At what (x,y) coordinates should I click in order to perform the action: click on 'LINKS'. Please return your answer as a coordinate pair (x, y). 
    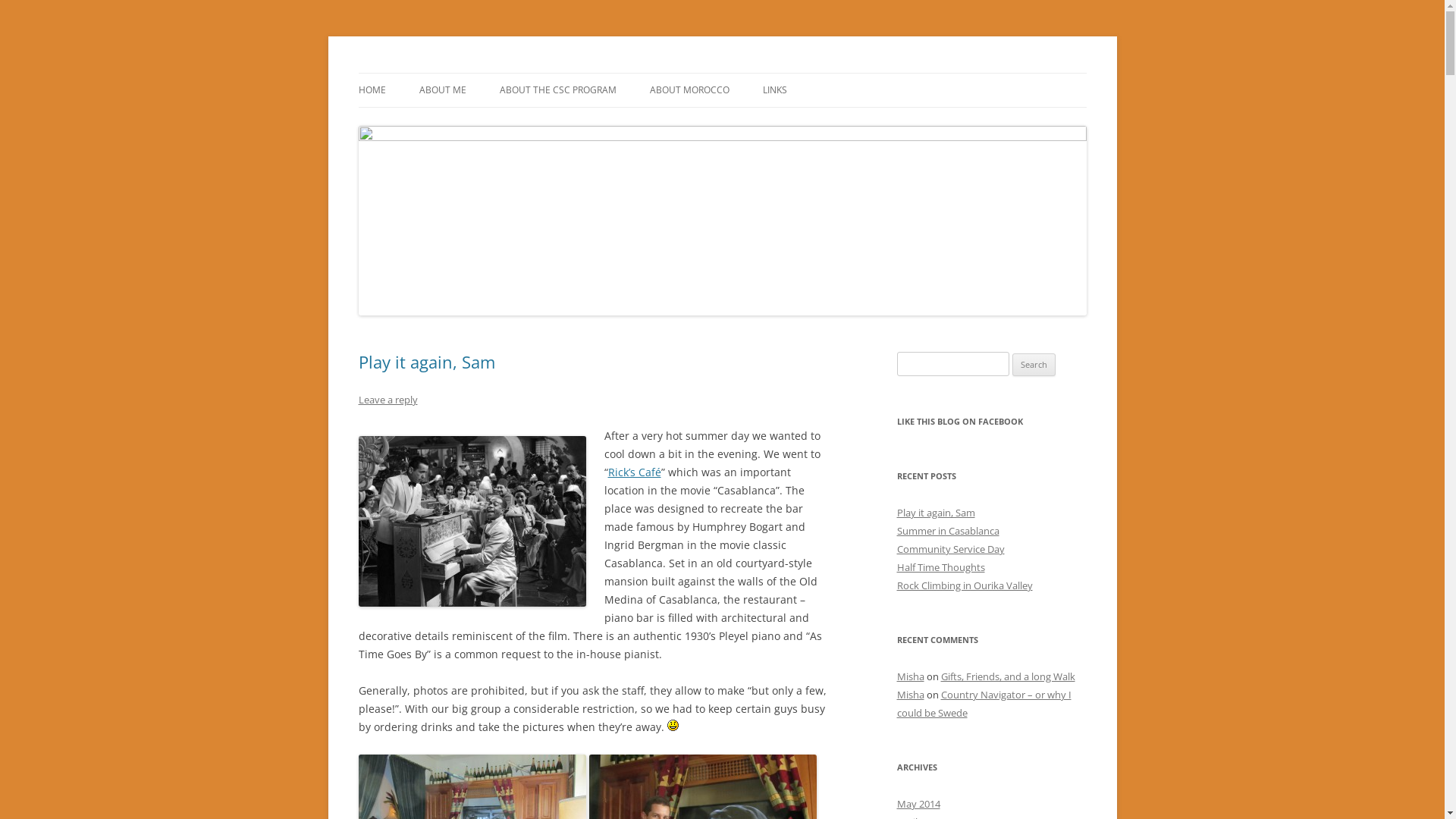
    Looking at the image, I should click on (775, 90).